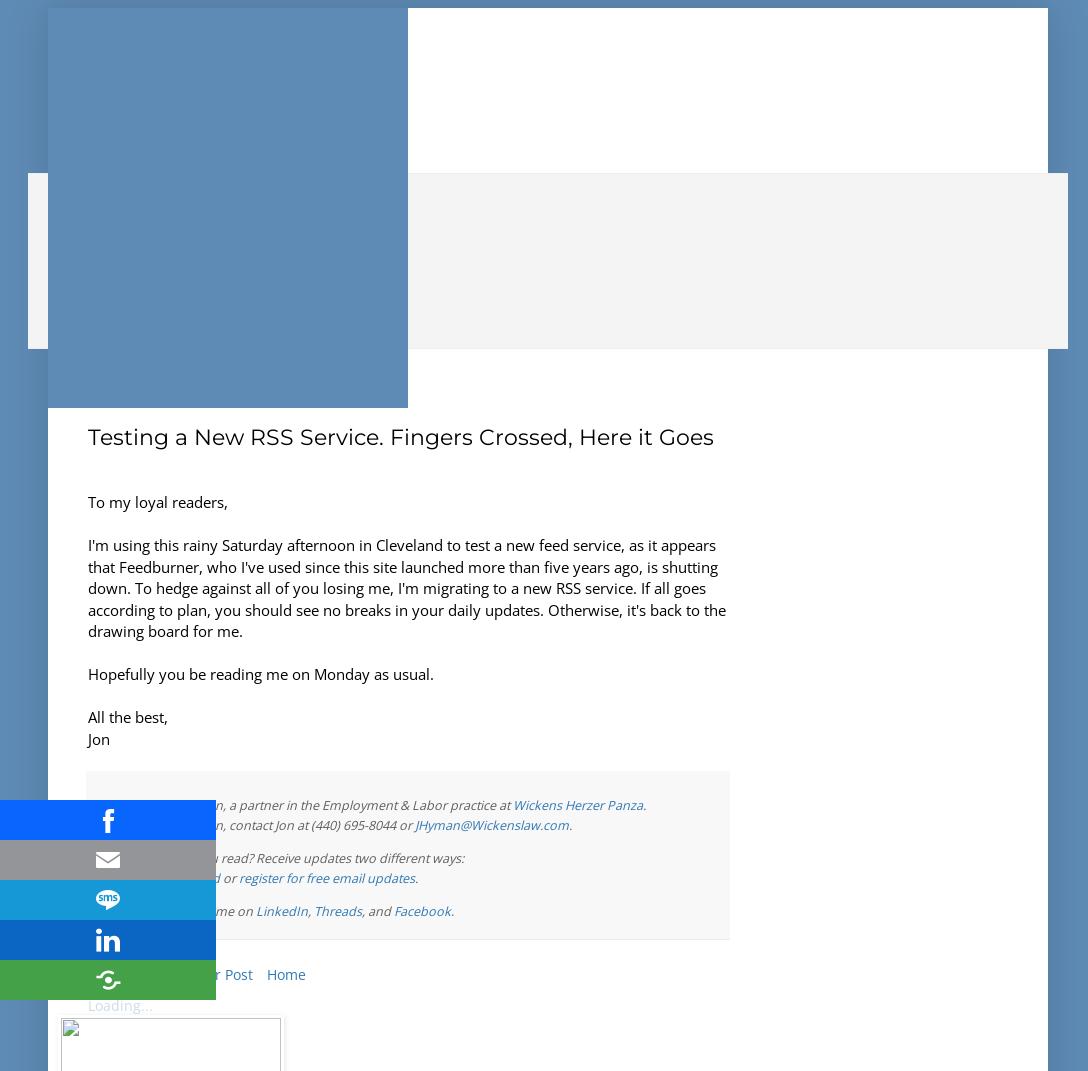  I want to click on 'Speaking Engagements', so click(166, 224).